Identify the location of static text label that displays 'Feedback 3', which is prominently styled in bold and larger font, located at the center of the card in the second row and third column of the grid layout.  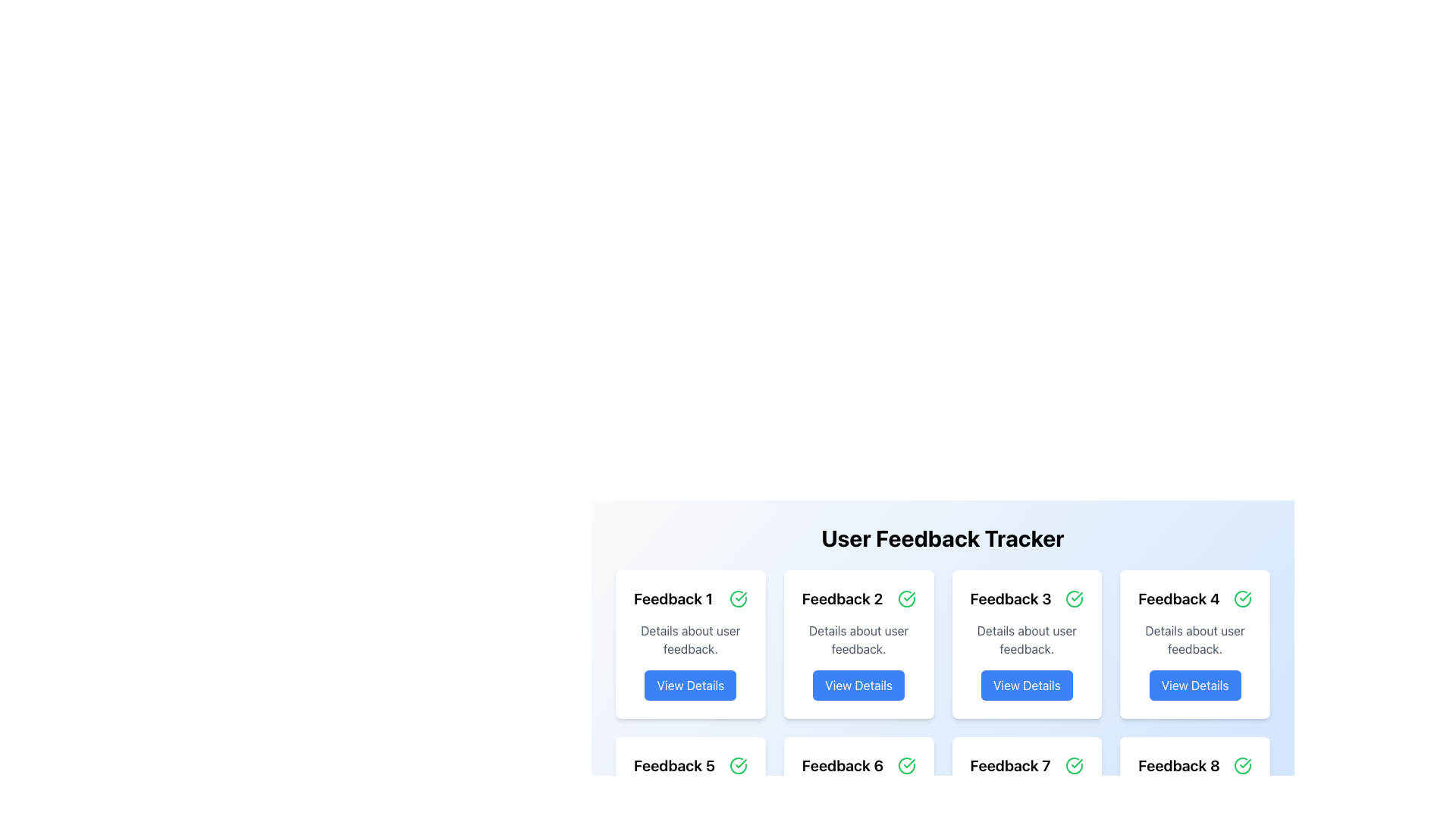
(1011, 598).